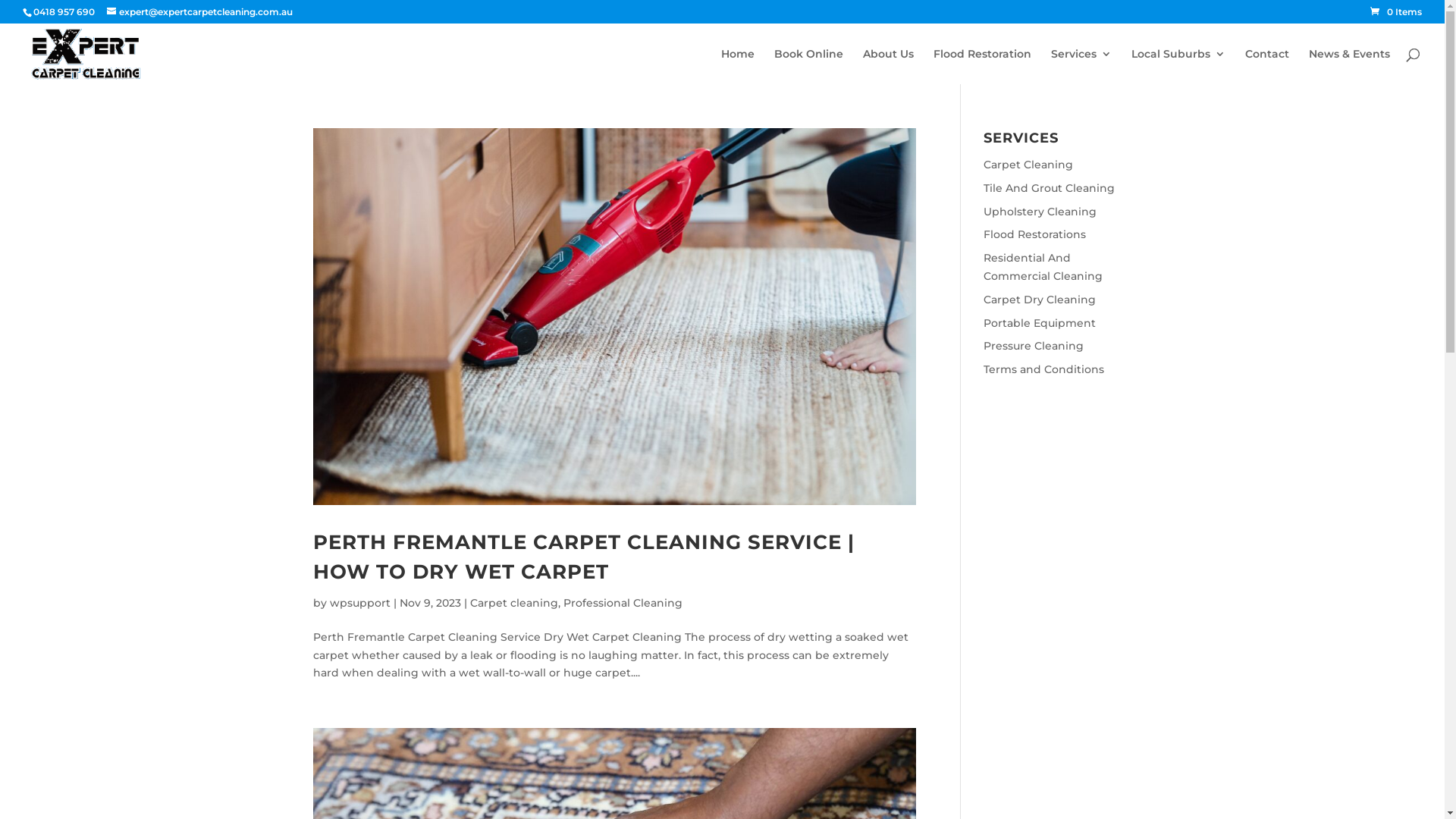  Describe the element at coordinates (1395, 11) in the screenshot. I see `'0 Items'` at that location.